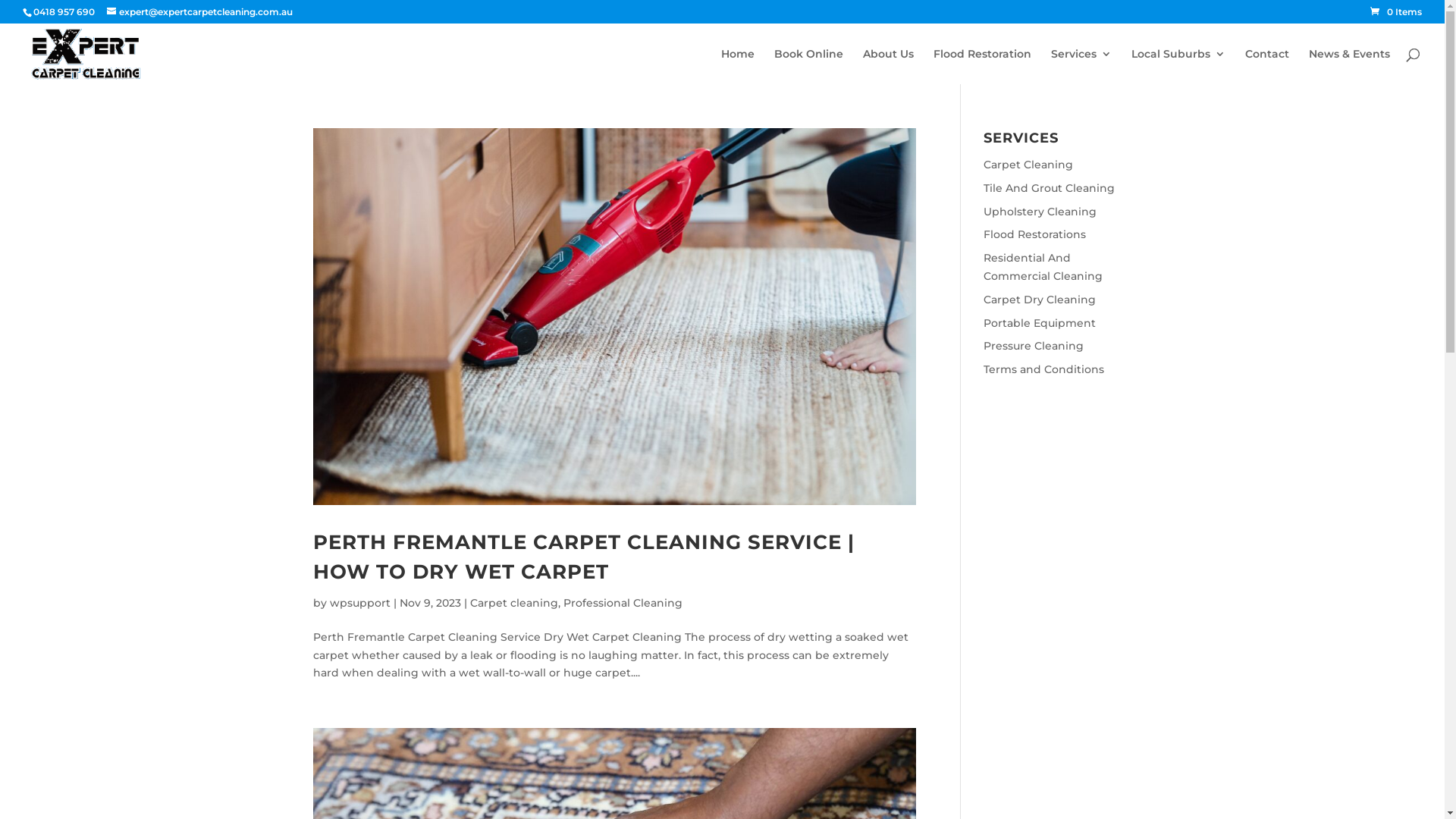  Describe the element at coordinates (1395, 11) in the screenshot. I see `'0 Items'` at that location.